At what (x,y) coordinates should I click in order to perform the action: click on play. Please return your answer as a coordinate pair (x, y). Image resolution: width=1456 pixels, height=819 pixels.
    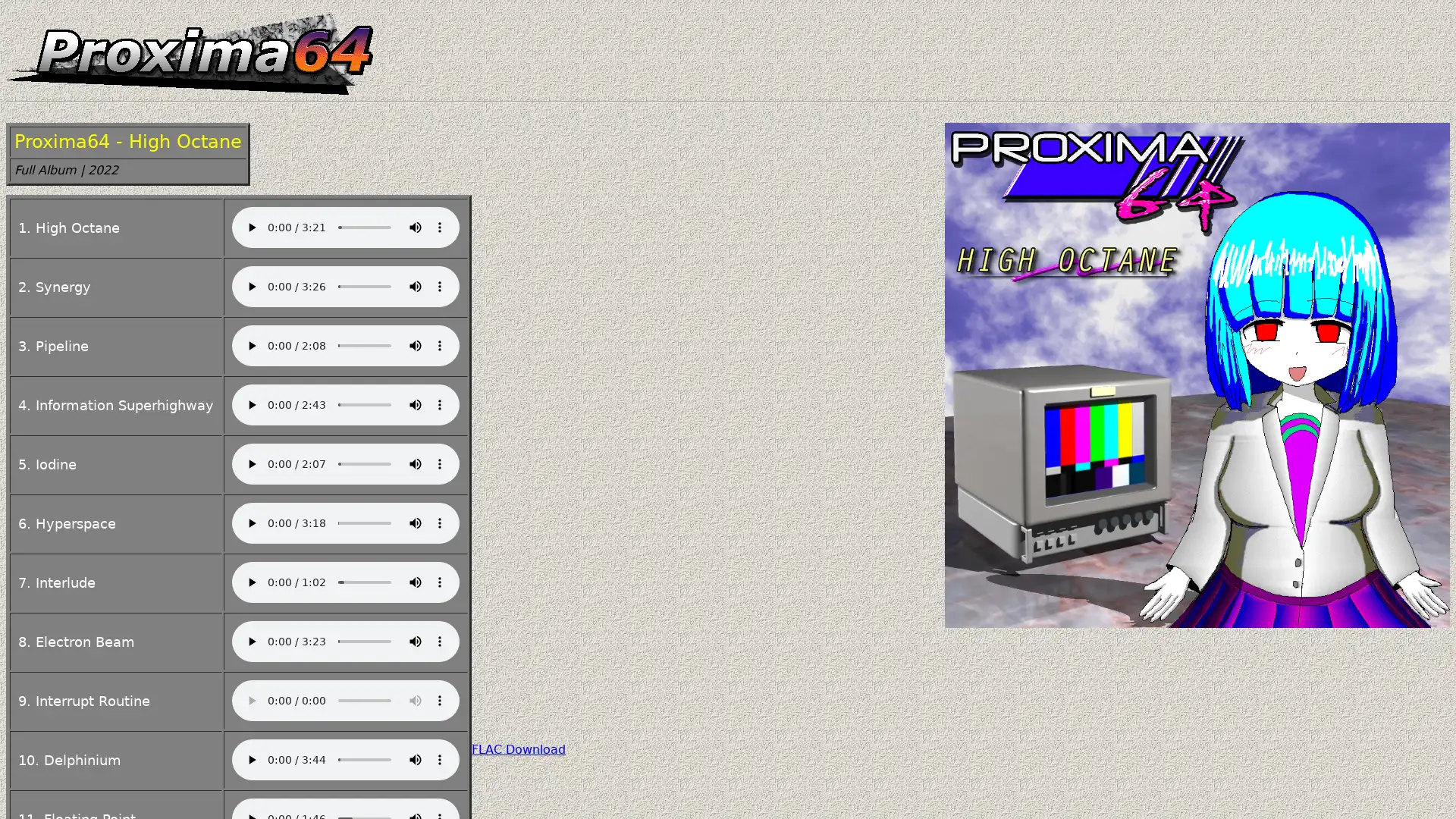
    Looking at the image, I should click on (251, 463).